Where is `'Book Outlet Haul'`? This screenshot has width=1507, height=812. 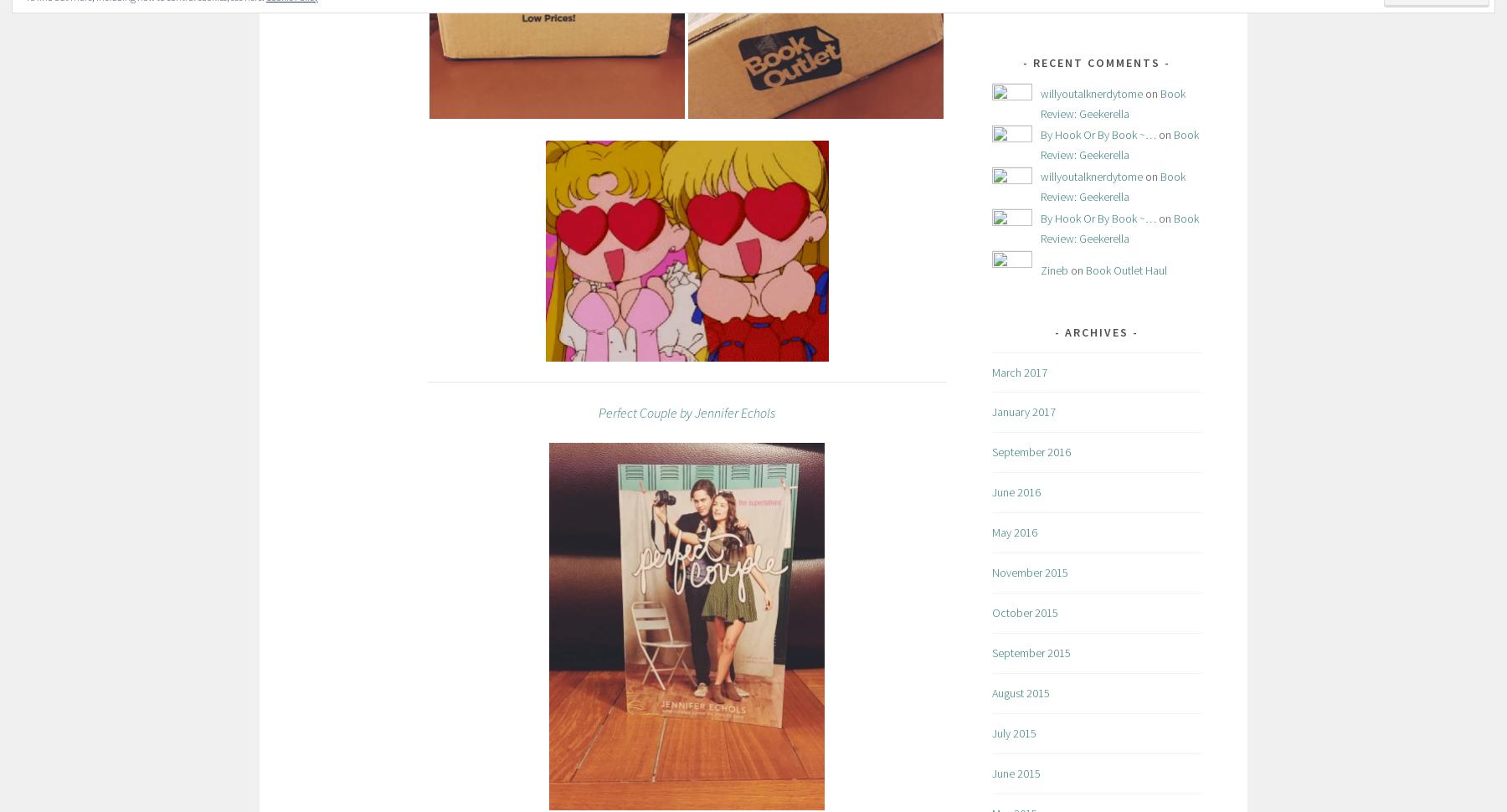 'Book Outlet Haul' is located at coordinates (1126, 270).